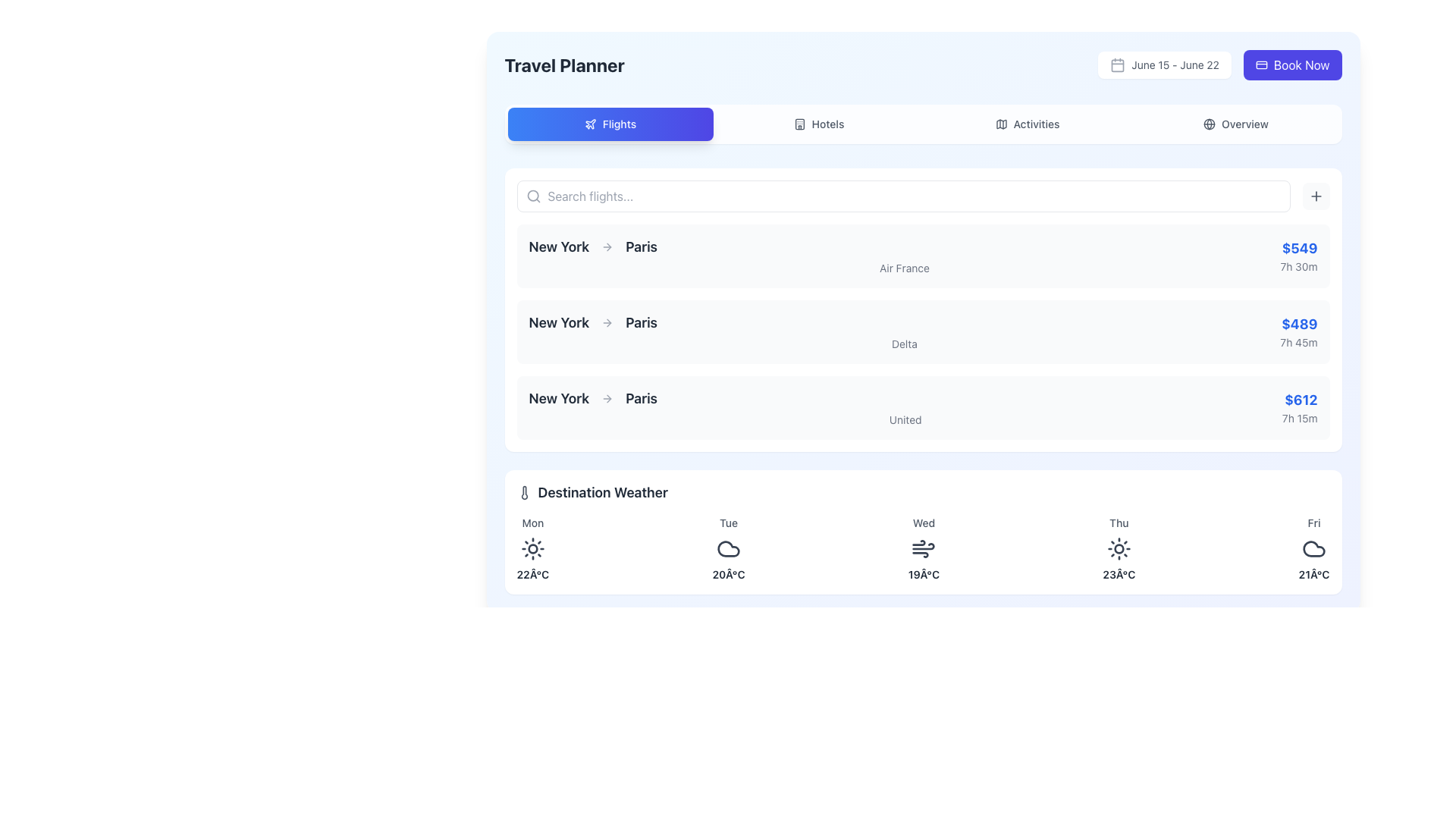  Describe the element at coordinates (905, 420) in the screenshot. I see `the text label indicating the airline operating the flight, located below the 'New York → Paris' flight header within the third flight entry` at that location.